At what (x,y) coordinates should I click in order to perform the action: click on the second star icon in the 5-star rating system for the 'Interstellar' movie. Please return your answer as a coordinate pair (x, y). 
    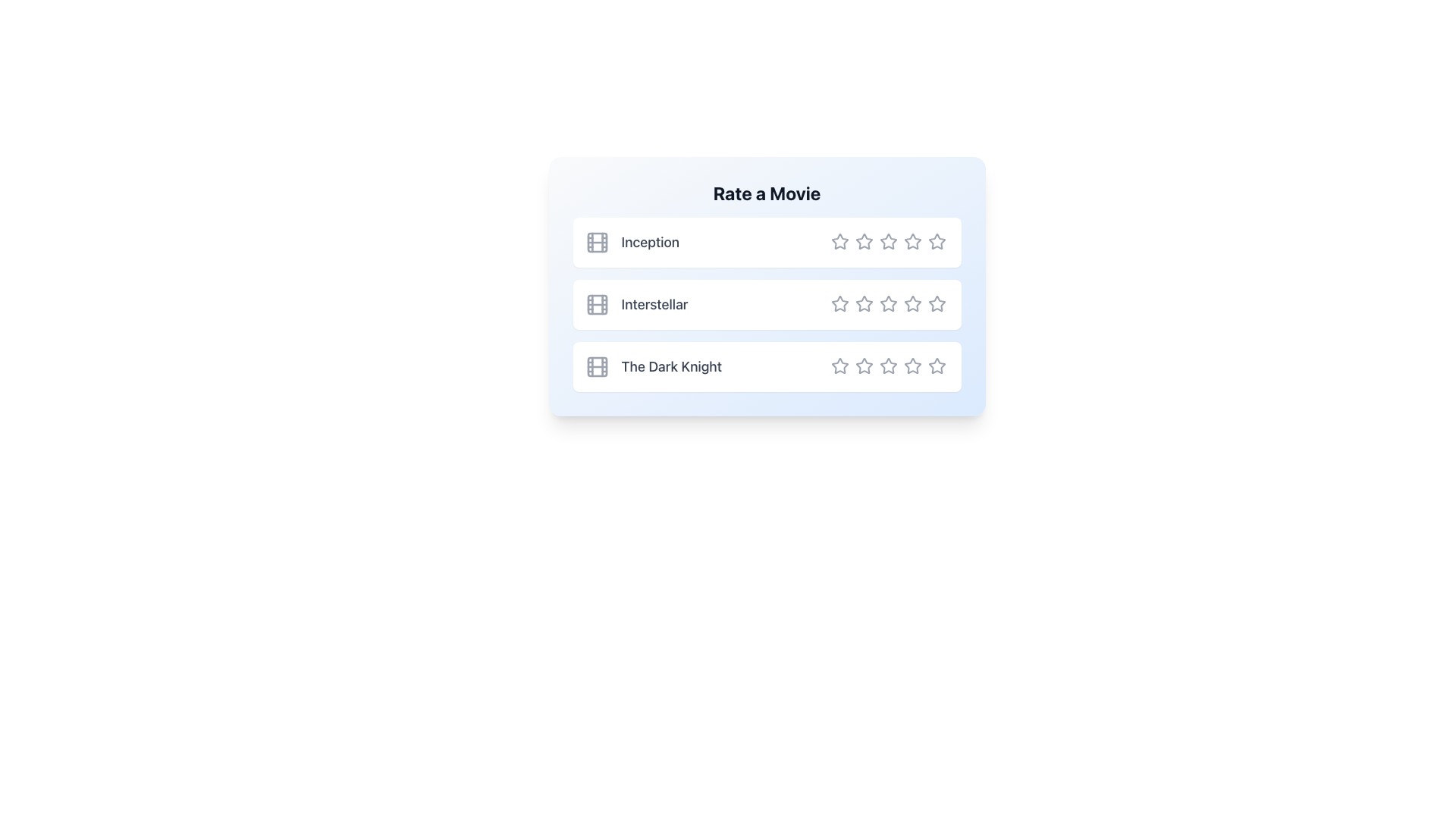
    Looking at the image, I should click on (864, 304).